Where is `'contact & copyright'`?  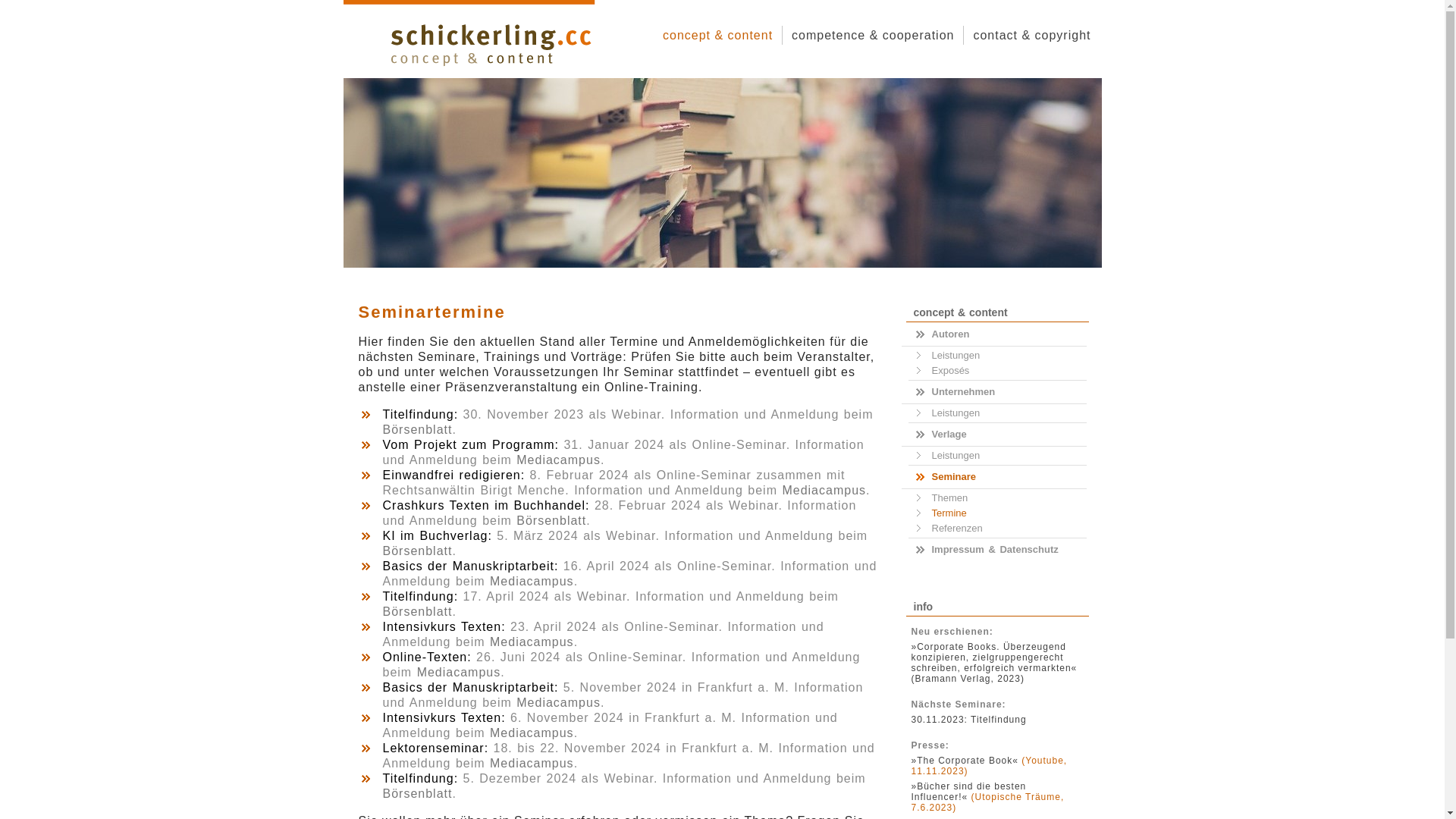 'contact & copyright' is located at coordinates (1031, 34).